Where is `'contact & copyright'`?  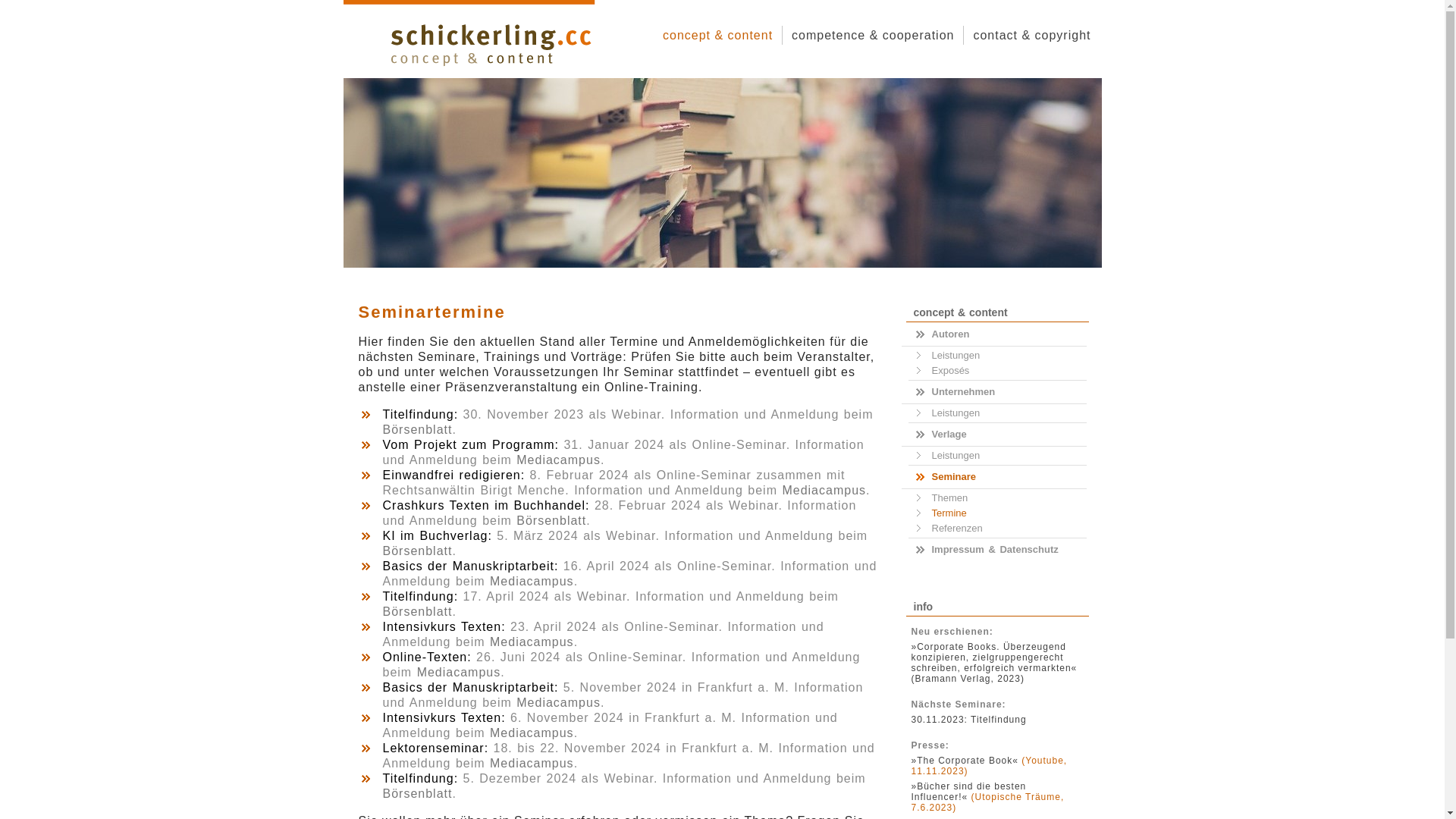 'contact & copyright' is located at coordinates (1031, 34).